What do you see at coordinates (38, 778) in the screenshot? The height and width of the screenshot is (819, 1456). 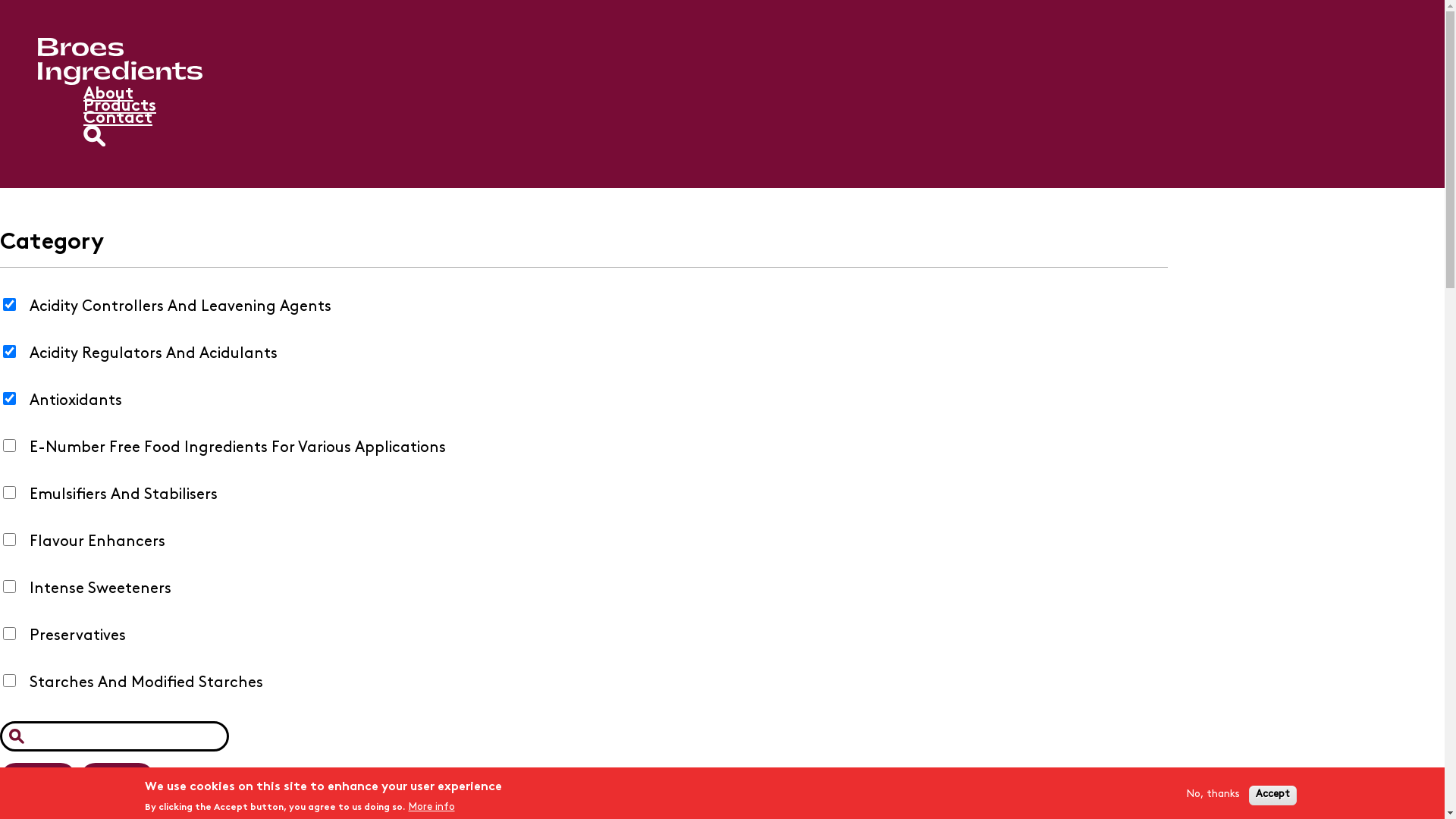 I see `'Apply'` at bounding box center [38, 778].